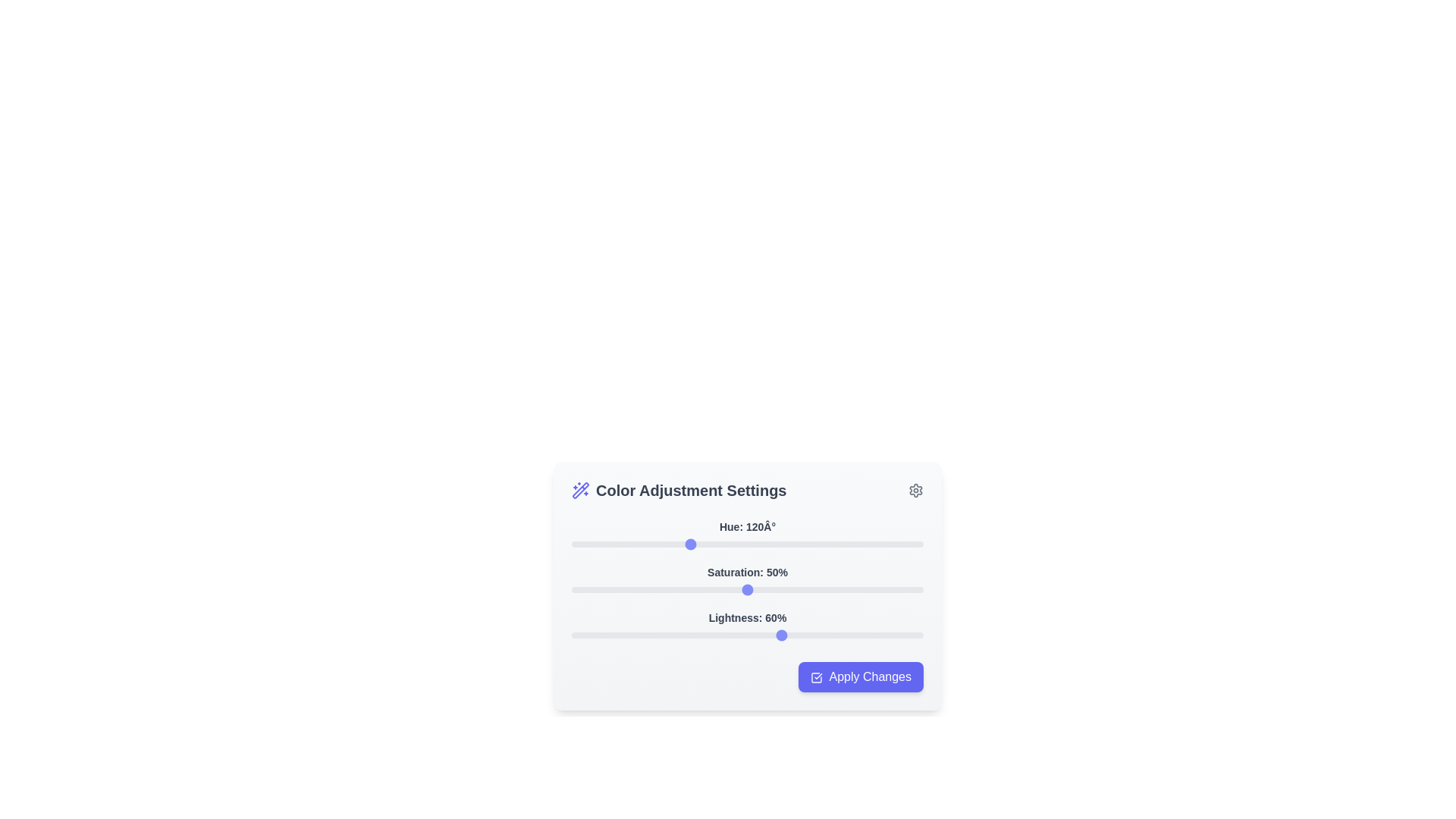 This screenshot has height=819, width=1456. What do you see at coordinates (747, 491) in the screenshot?
I see `the header section labeled 'Color Adjustment Settings' to interact with it, which is positioned between a wand icon on the left and a gear icon on the right, at the top of a card-like interface` at bounding box center [747, 491].